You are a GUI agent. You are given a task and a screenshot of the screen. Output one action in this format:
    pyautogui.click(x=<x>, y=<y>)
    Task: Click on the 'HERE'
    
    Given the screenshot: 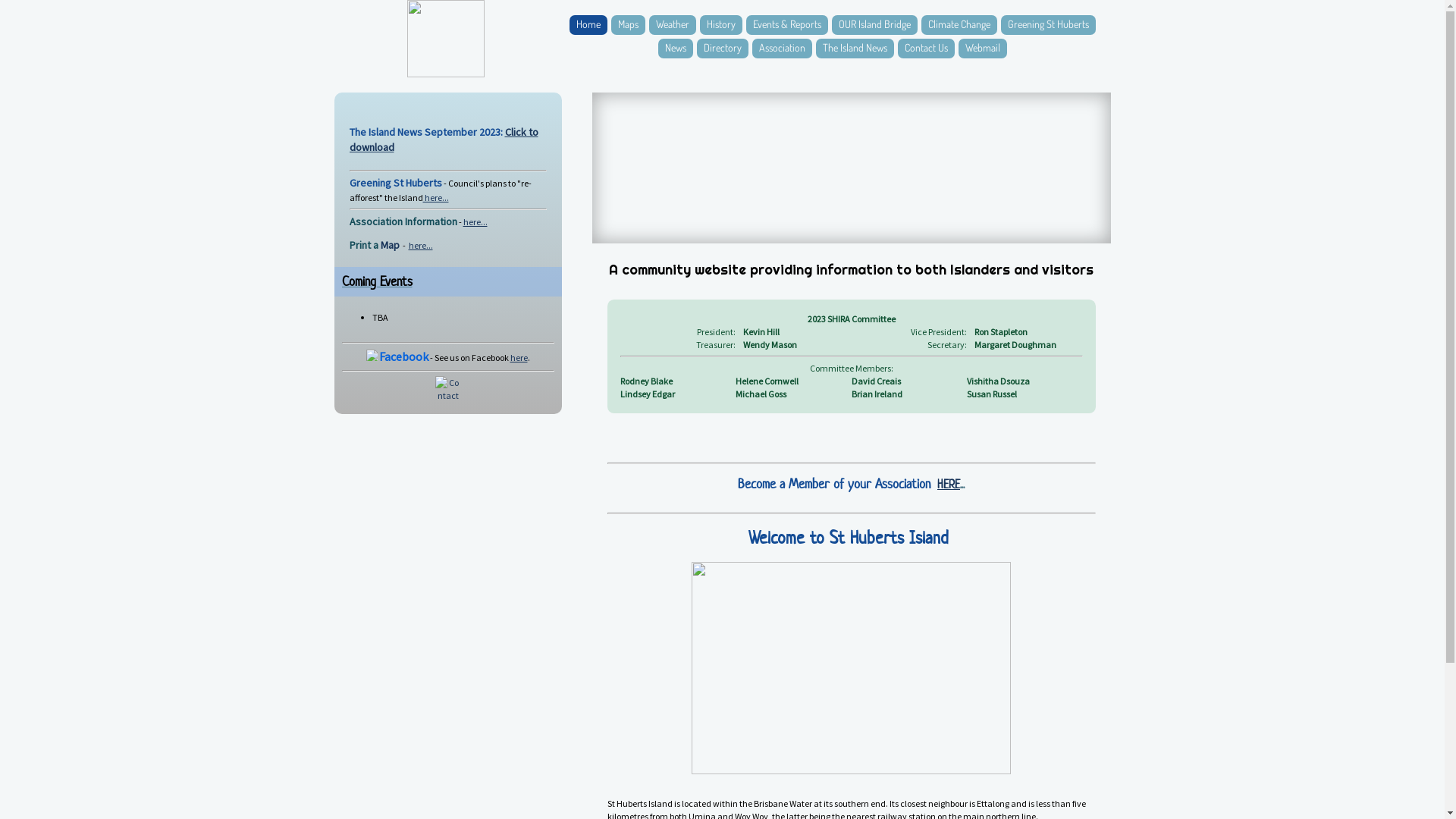 What is the action you would take?
    pyautogui.click(x=948, y=484)
    